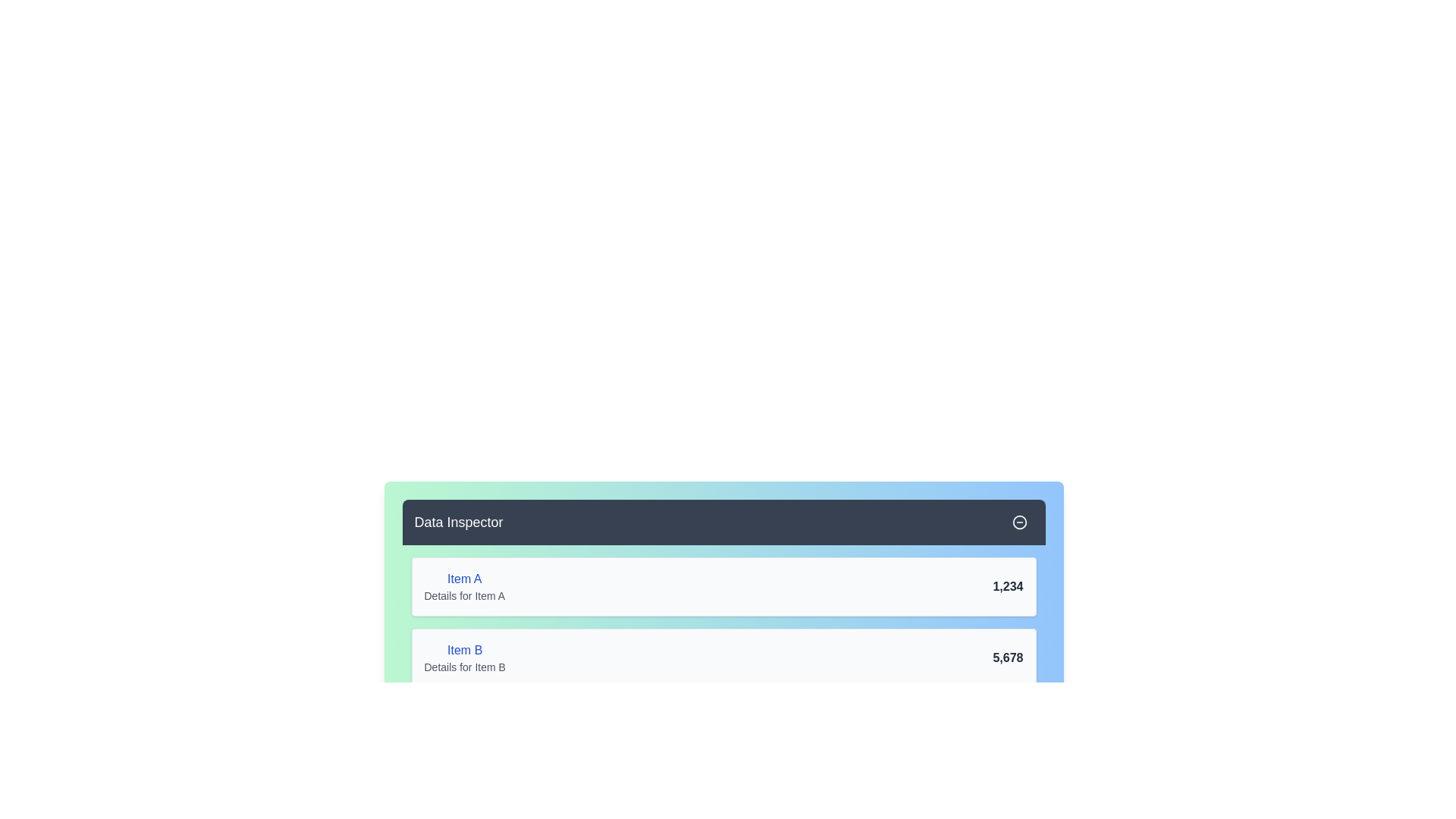 The image size is (1456, 819). I want to click on text from the text block that contains 'Item A' styled in blue and bold, and 'Details for Item A' in smaller gray font, located in the upper card of the list under the title 'Data Inspector', so click(463, 586).